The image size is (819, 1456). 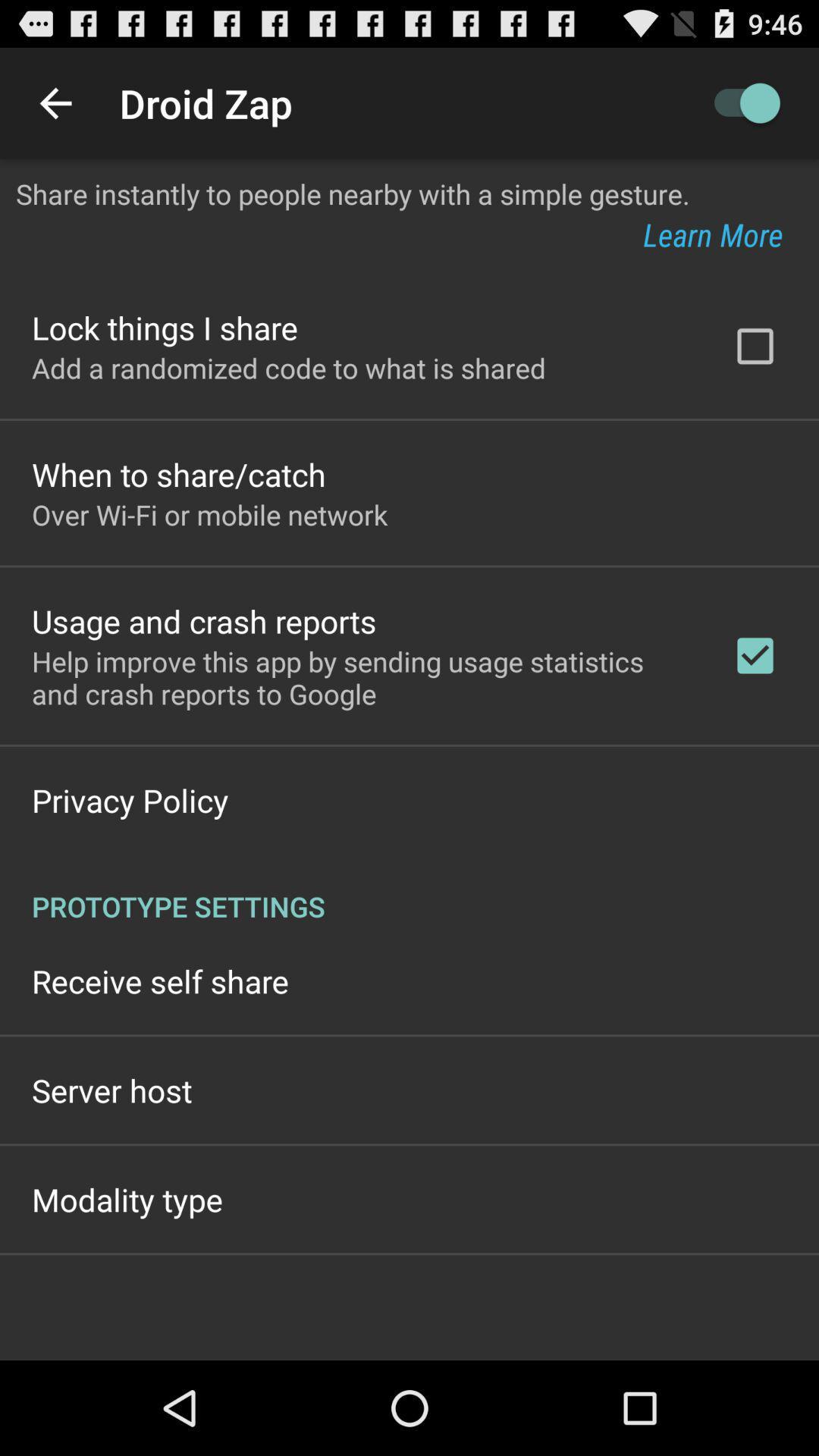 I want to click on the app above the share instantly to app, so click(x=55, y=102).